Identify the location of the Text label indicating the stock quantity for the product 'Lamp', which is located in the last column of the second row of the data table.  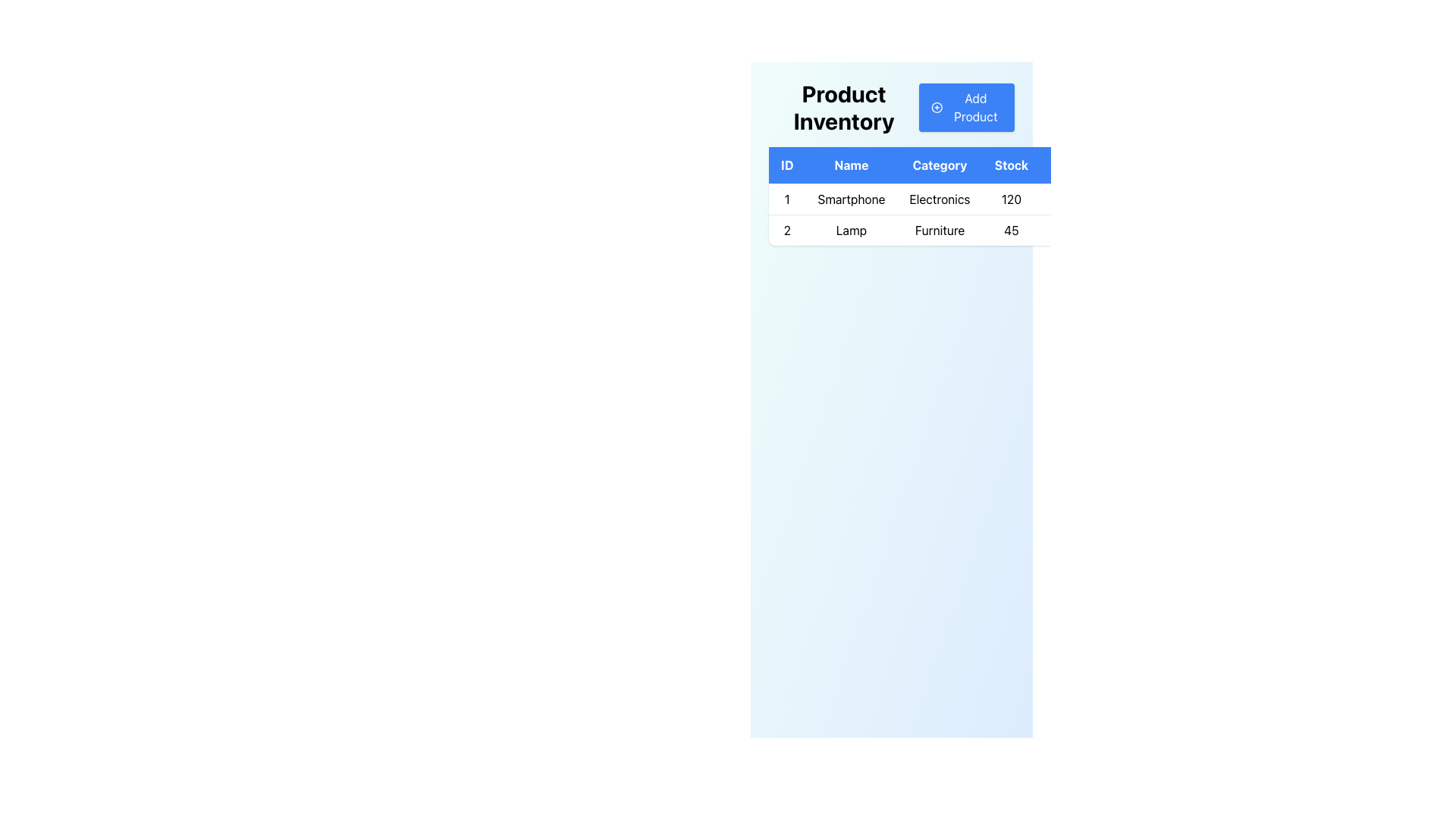
(1012, 230).